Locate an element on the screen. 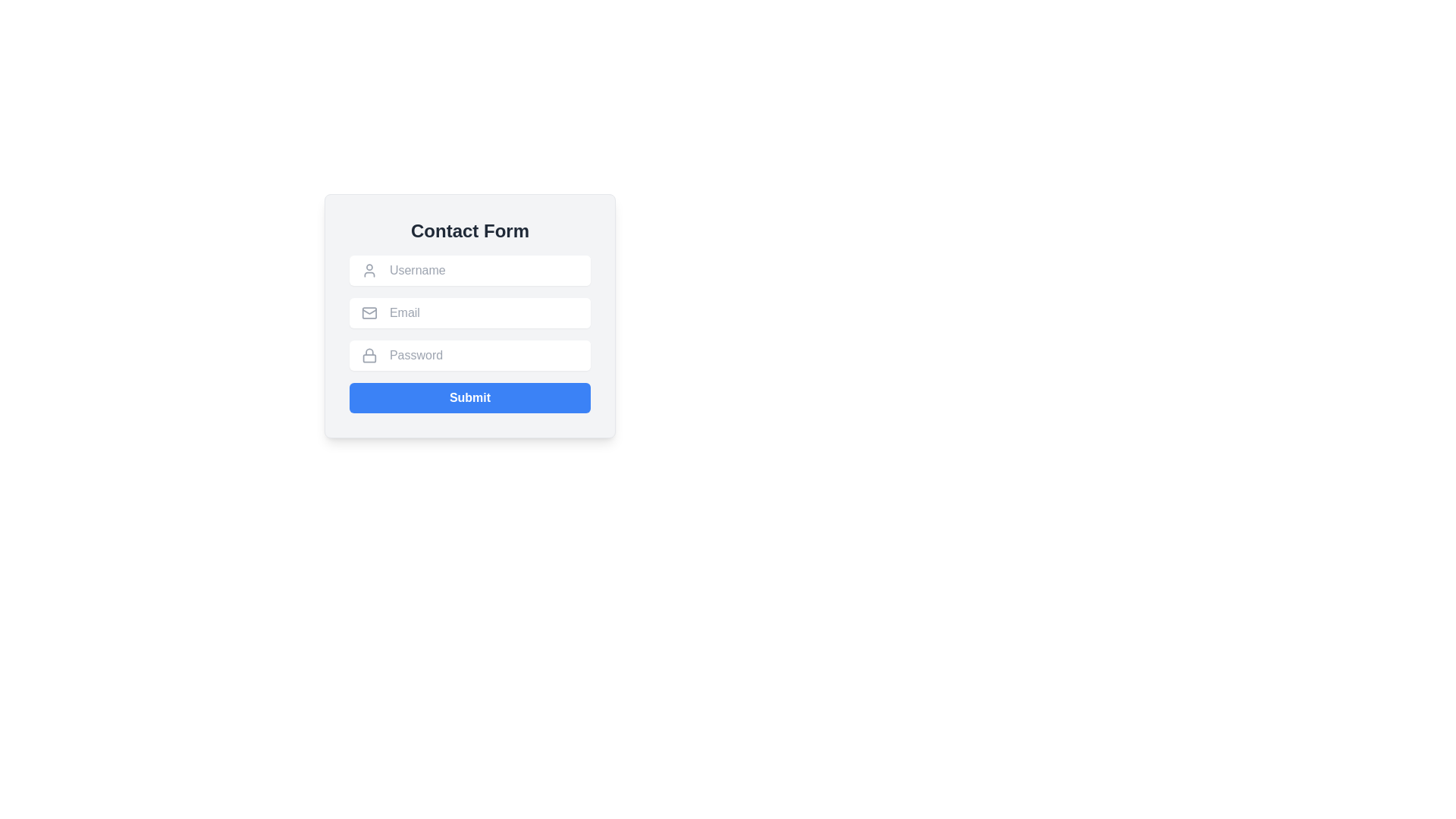  the lock icon located to the far-left within the password input field in the contact form, indicating the purpose of the input field as a password entry is located at coordinates (369, 356).